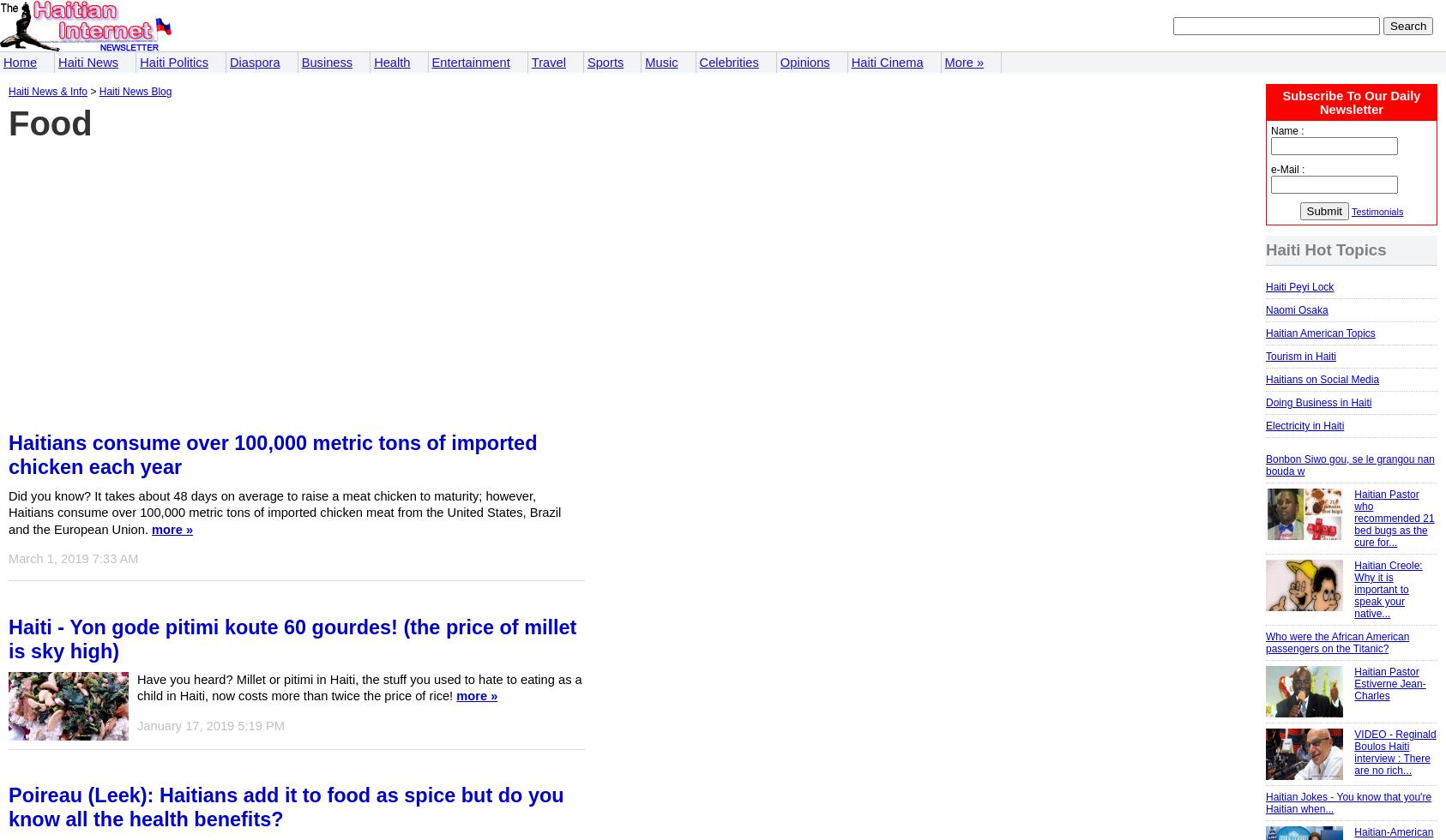 The width and height of the screenshot is (1446, 840). What do you see at coordinates (1264, 424) in the screenshot?
I see `'Electricity in Haiti'` at bounding box center [1264, 424].